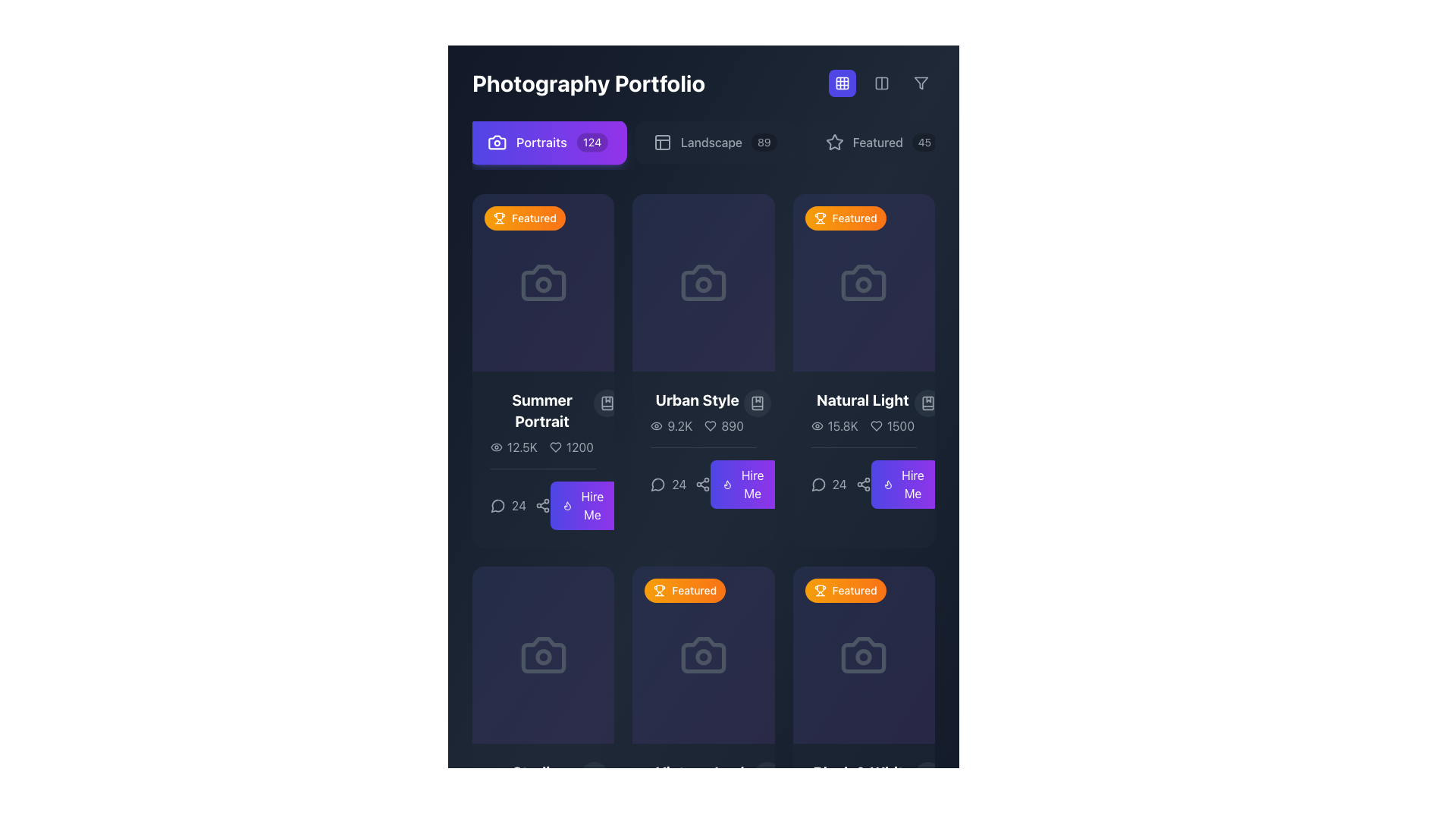  What do you see at coordinates (864, 478) in the screenshot?
I see `the sharing icon within the 'Natural Light' card` at bounding box center [864, 478].